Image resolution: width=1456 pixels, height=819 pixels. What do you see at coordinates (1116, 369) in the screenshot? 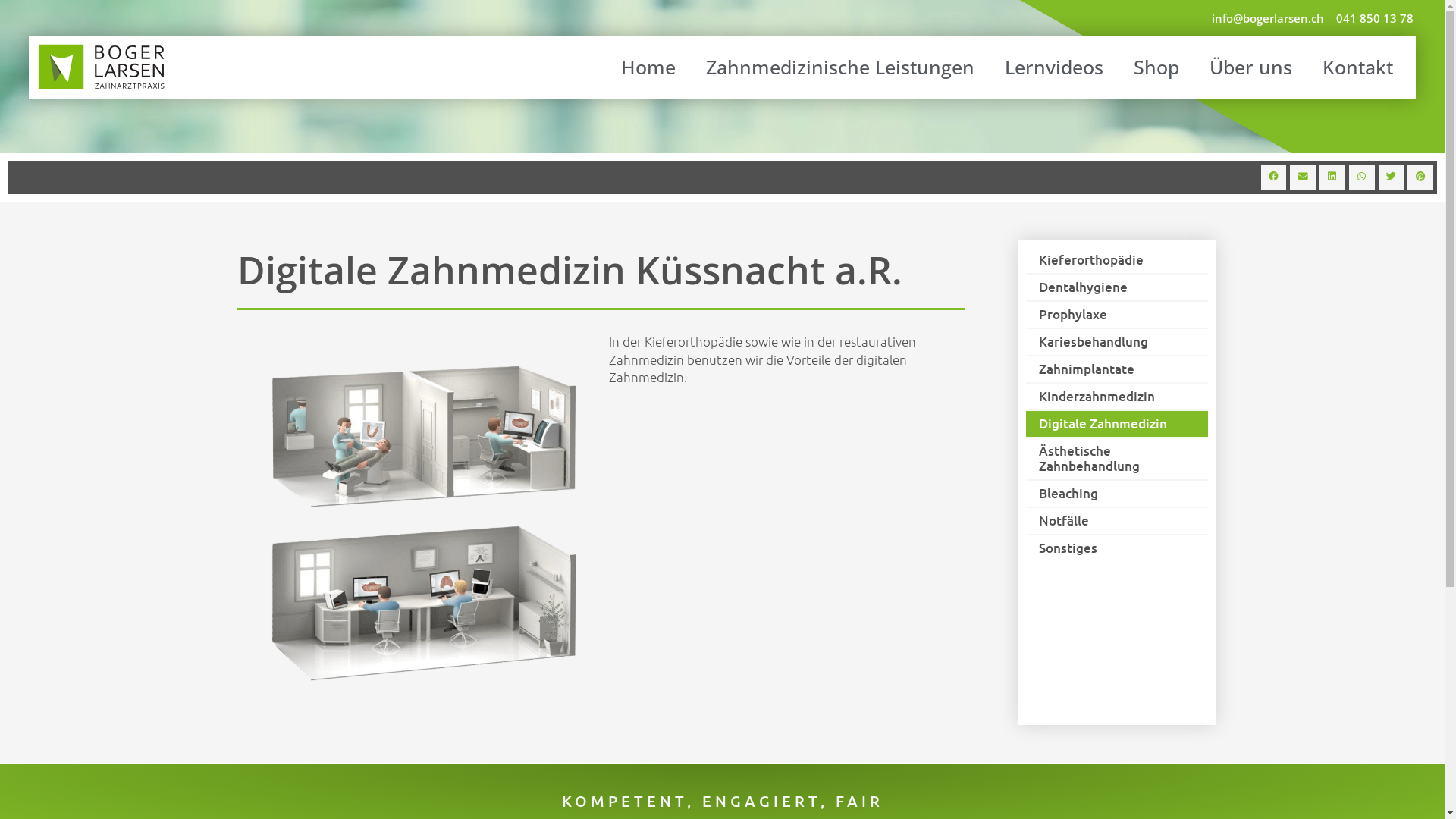
I see `'Zahnimplantate'` at bounding box center [1116, 369].